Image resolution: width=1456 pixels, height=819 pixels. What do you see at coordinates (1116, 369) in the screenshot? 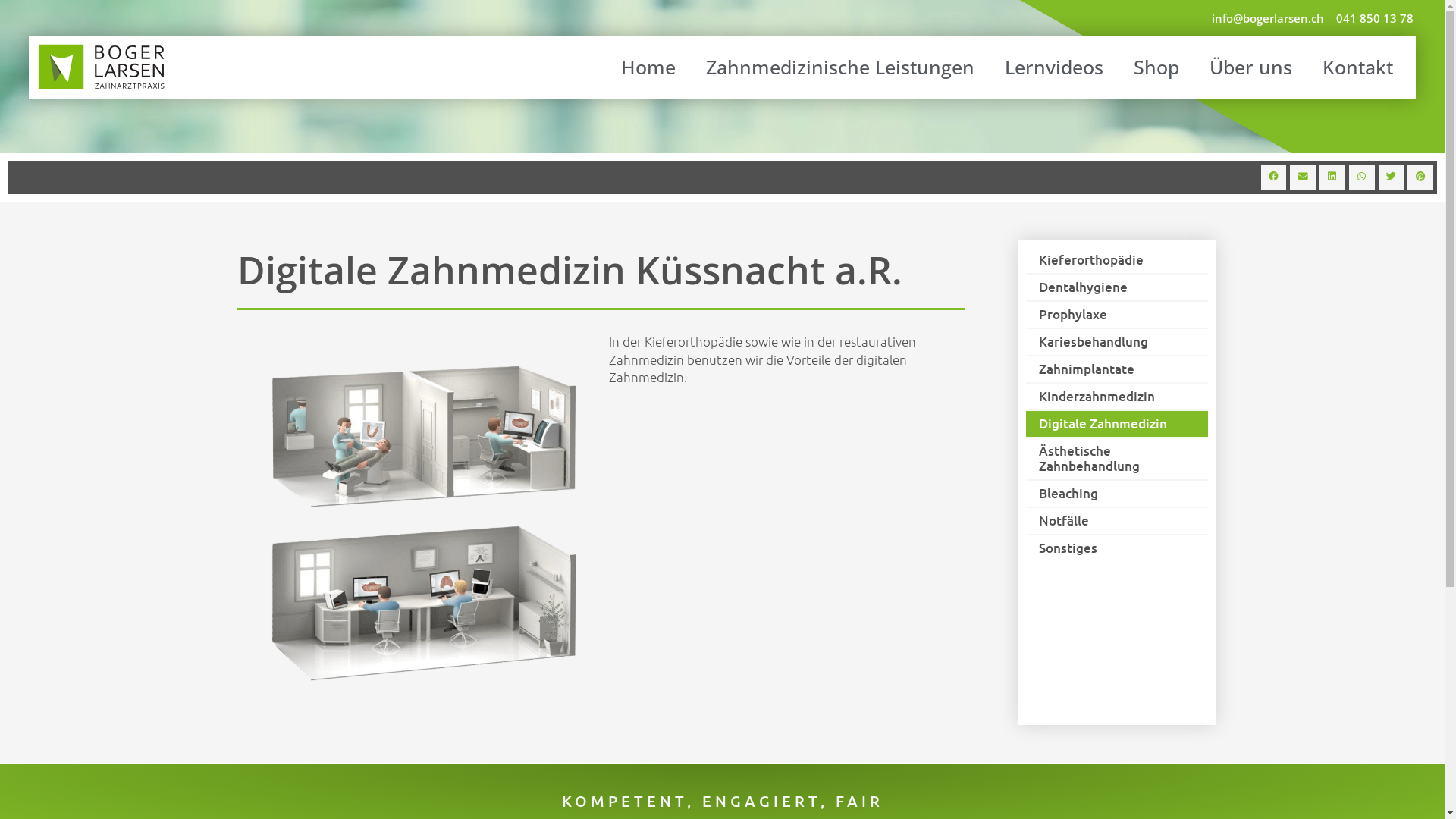
I see `'Zahnimplantate'` at bounding box center [1116, 369].